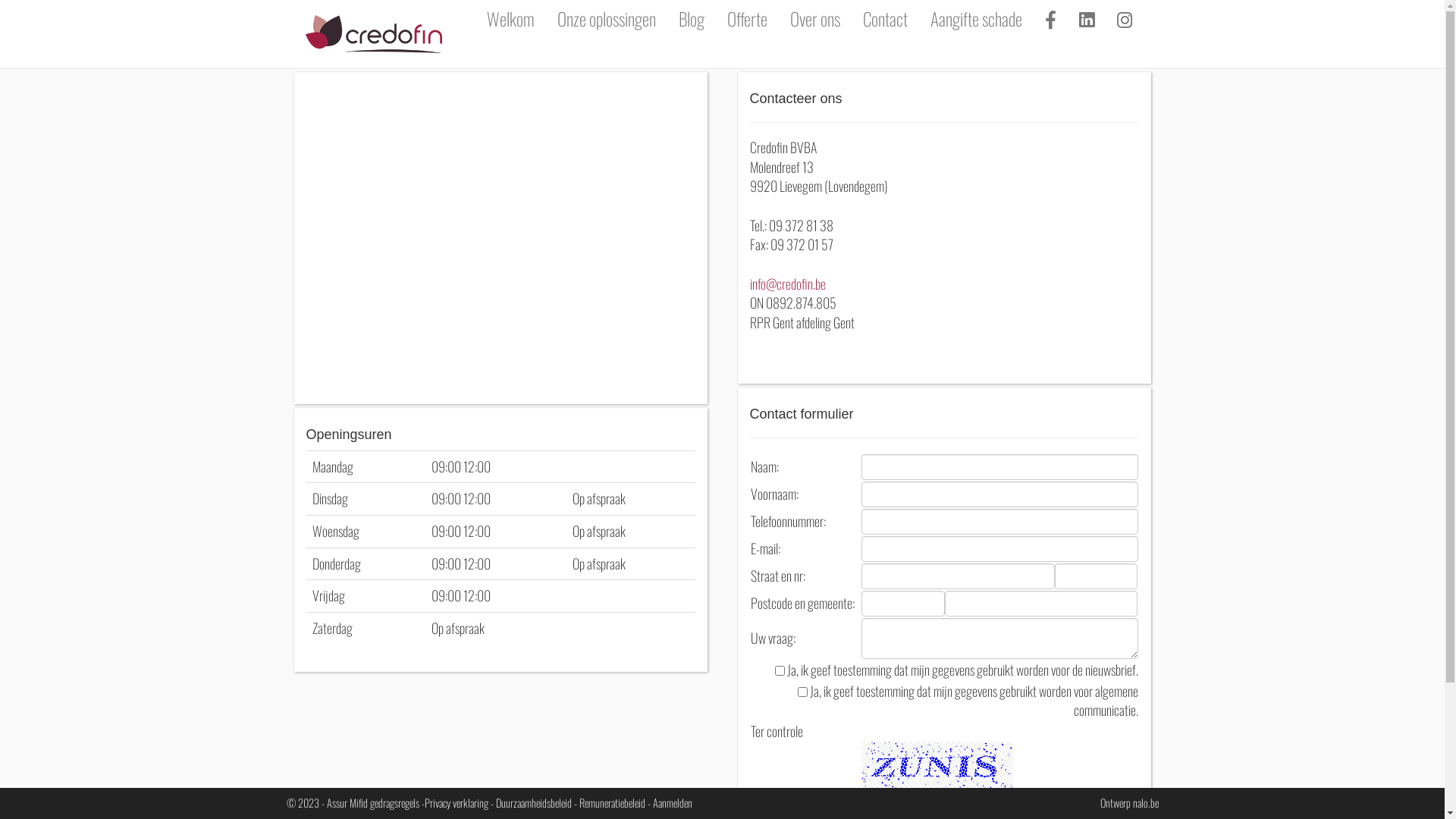 The height and width of the screenshot is (819, 1456). Describe the element at coordinates (372, 802) in the screenshot. I see `'Assur Mifid gedragsregels'` at that location.